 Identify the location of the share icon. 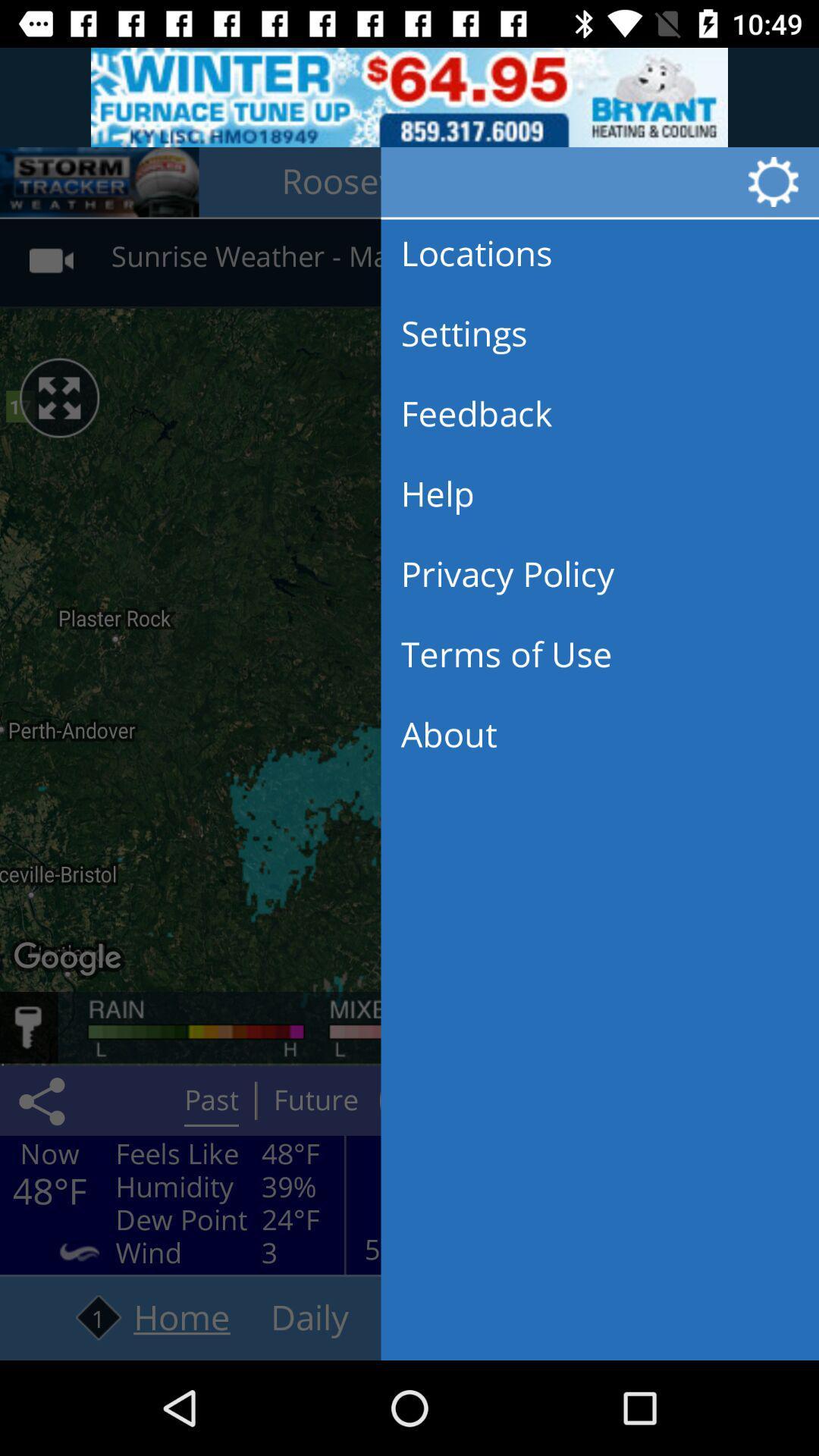
(44, 1100).